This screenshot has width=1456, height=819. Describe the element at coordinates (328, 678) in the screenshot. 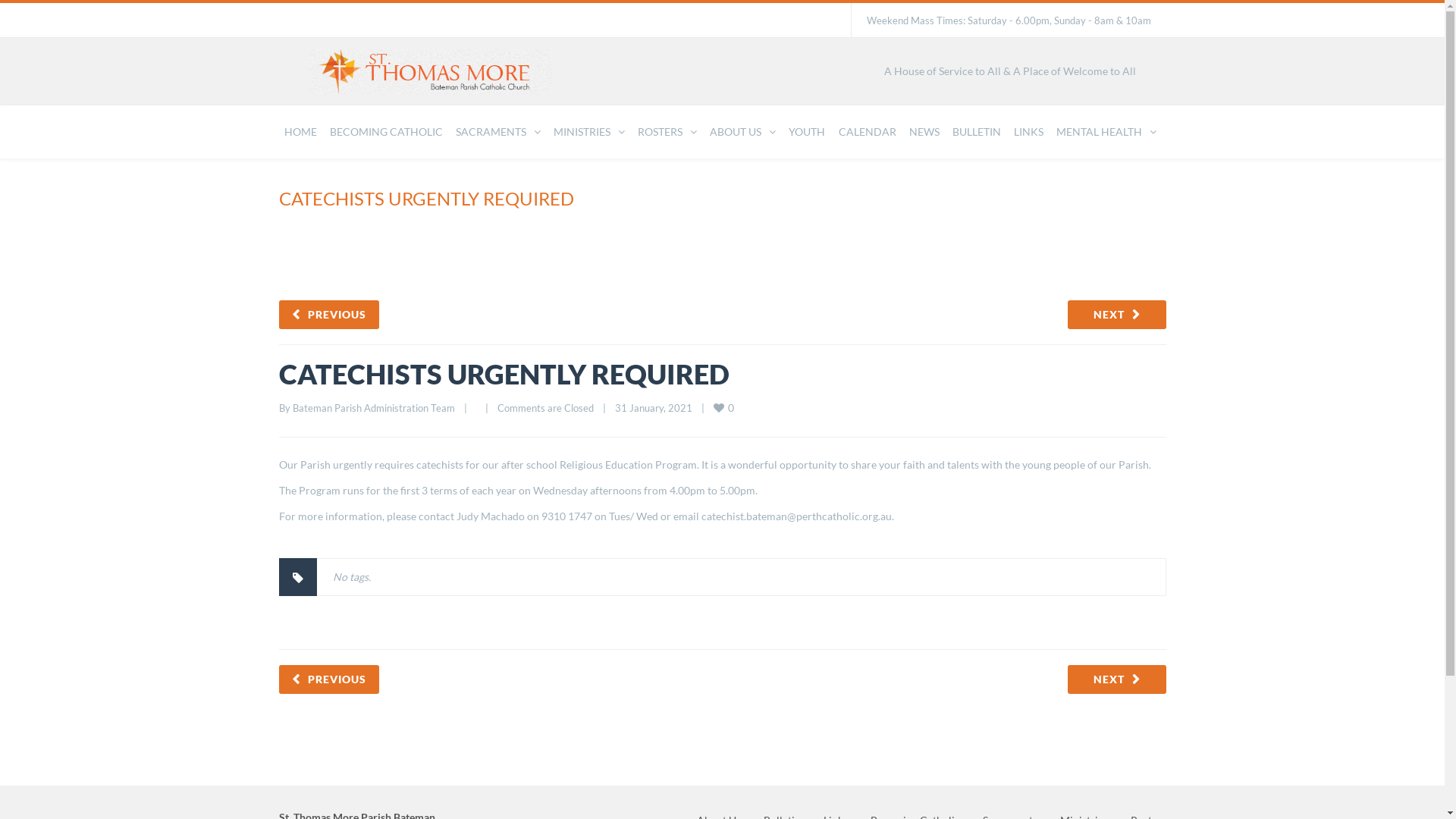

I see `'PREVIOUS'` at that location.